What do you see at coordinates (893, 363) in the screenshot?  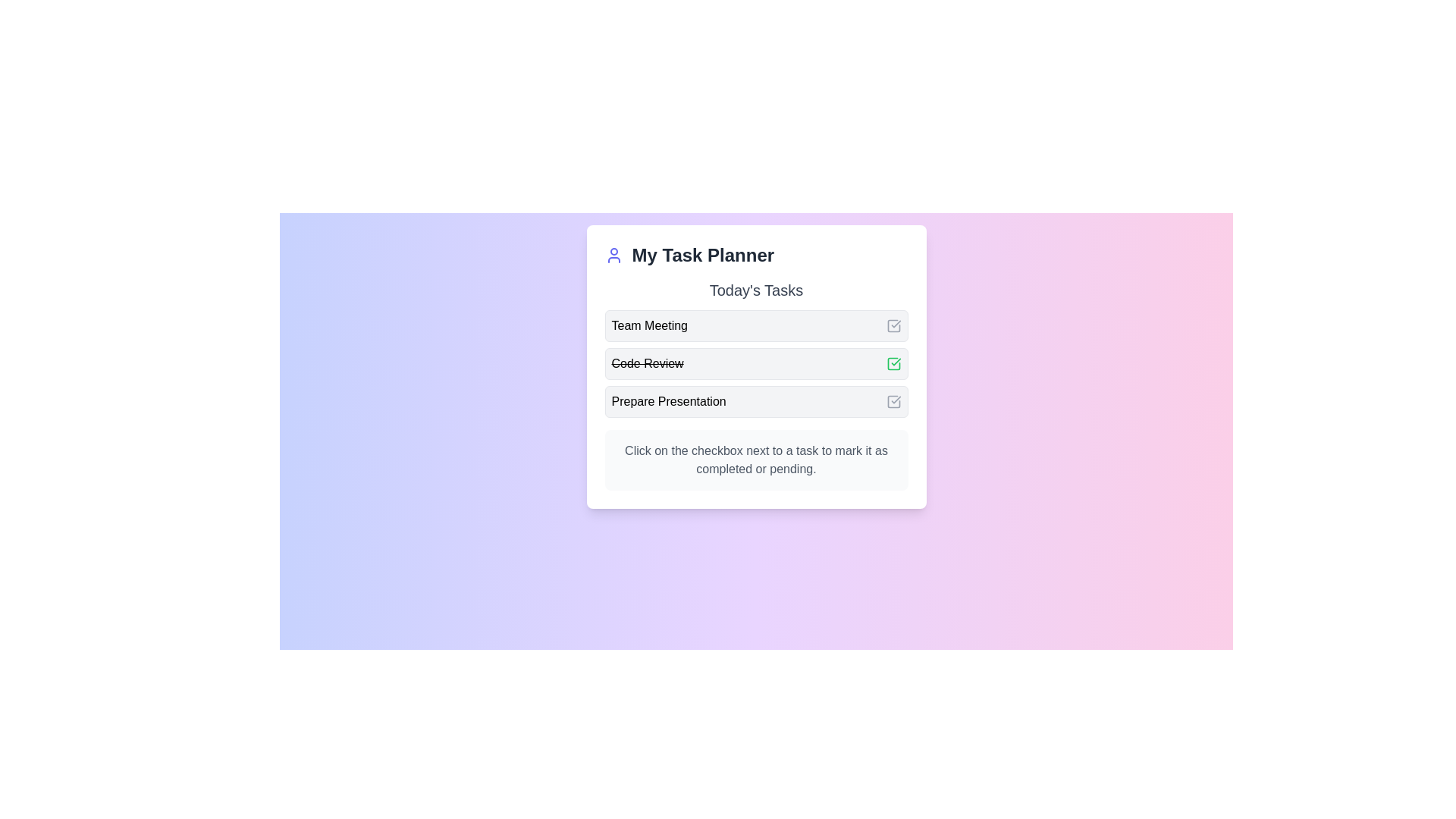 I see `the green checkbox icon to the right of the 'Code Review' task` at bounding box center [893, 363].